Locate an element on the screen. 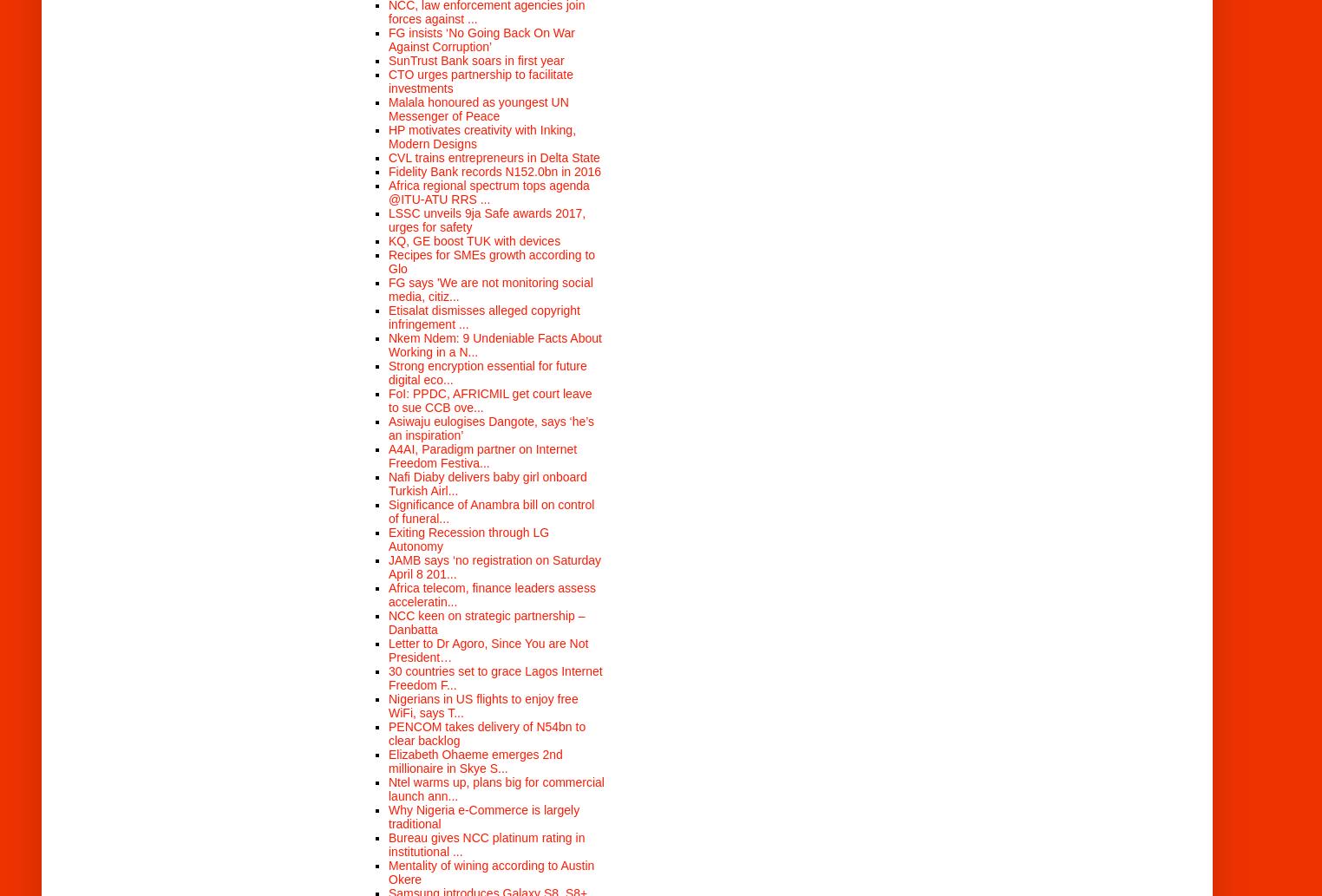 The height and width of the screenshot is (896, 1322). 'FG insists ‘No Going Back On War Against Corruption’' is located at coordinates (481, 39).